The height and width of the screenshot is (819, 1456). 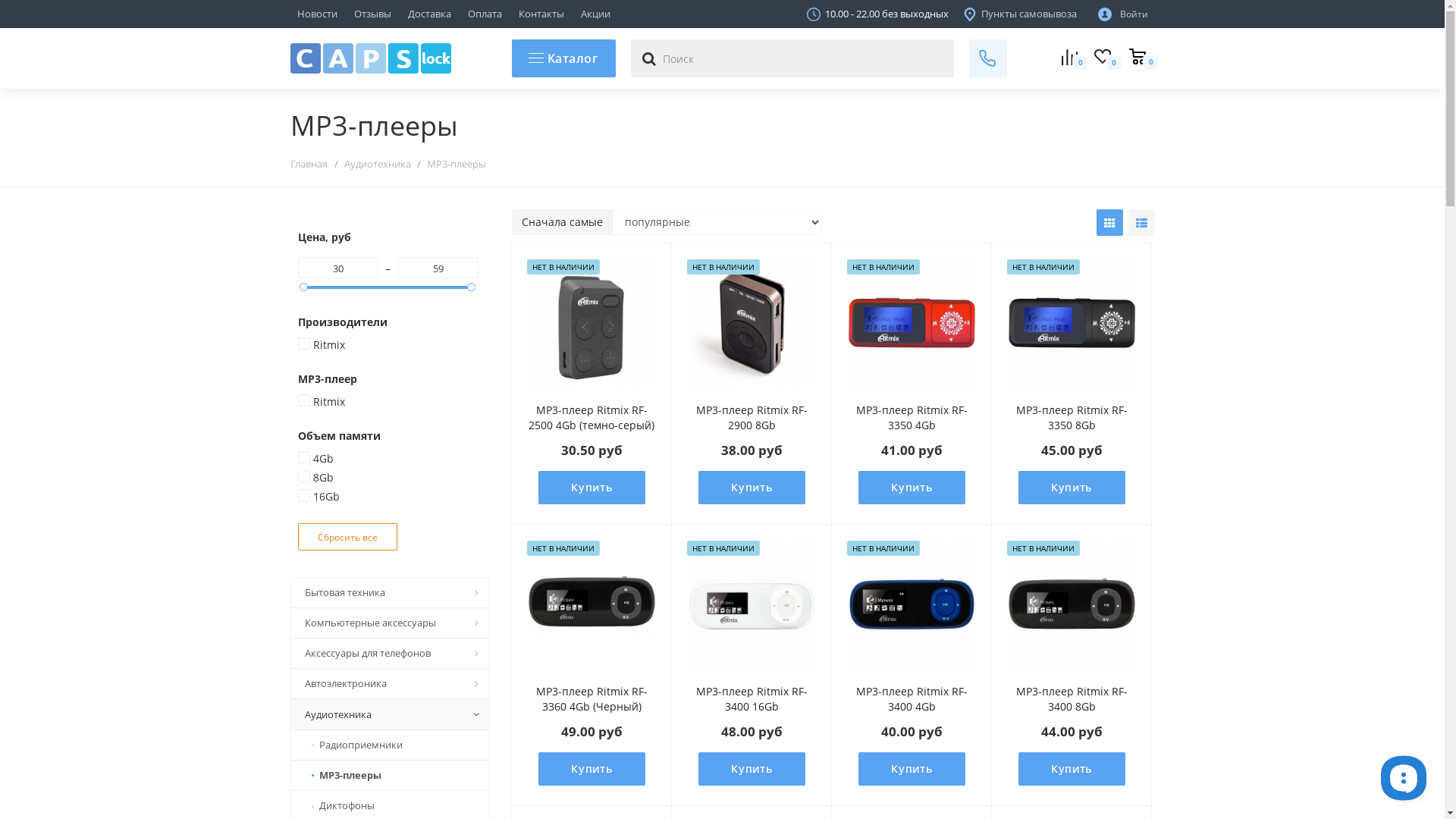 What do you see at coordinates (1074, 58) in the screenshot?
I see `'0'` at bounding box center [1074, 58].